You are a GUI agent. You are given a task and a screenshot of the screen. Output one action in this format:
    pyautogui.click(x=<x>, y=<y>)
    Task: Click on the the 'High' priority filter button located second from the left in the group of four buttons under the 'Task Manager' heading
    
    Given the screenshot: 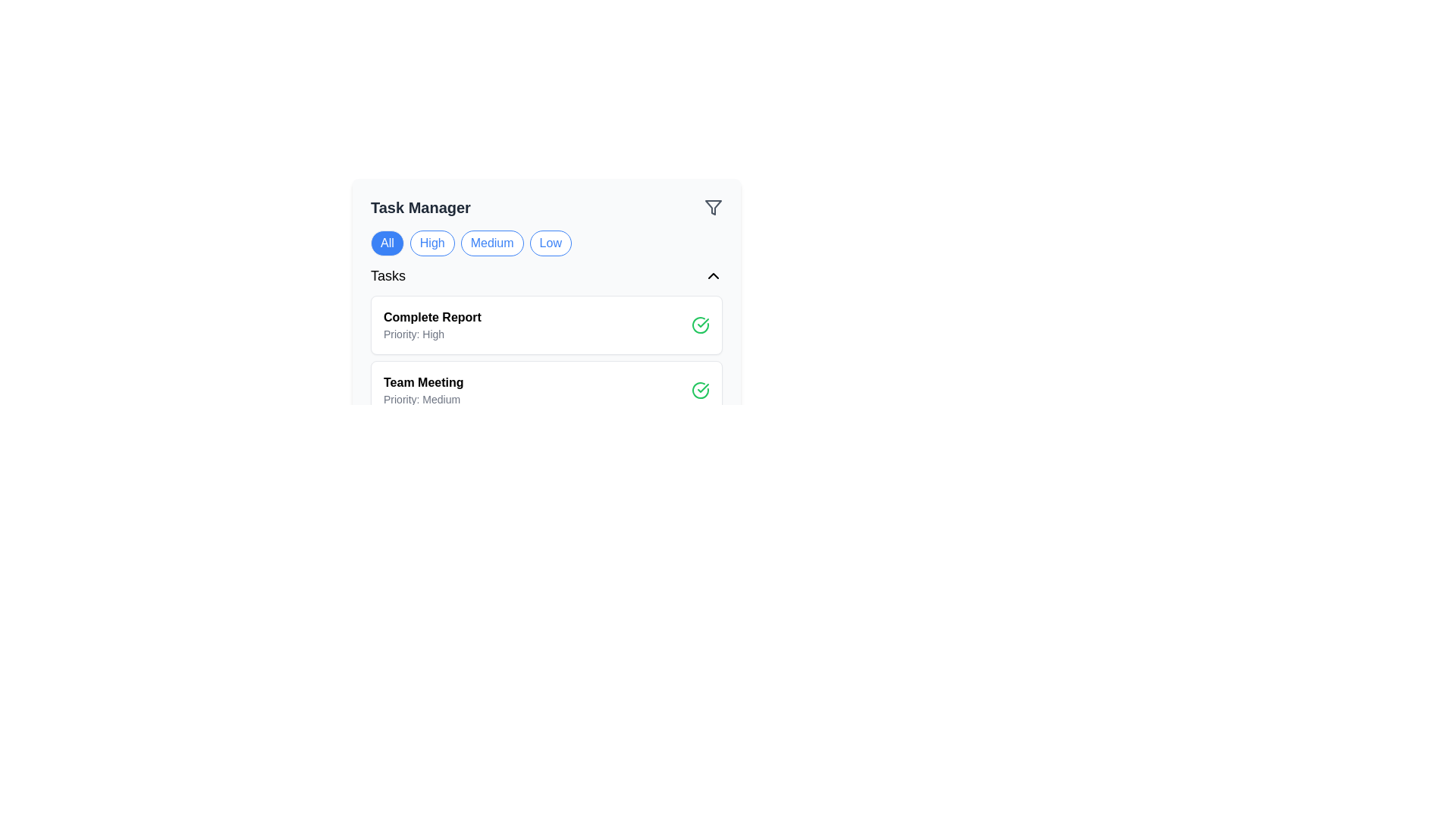 What is the action you would take?
    pyautogui.click(x=431, y=242)
    